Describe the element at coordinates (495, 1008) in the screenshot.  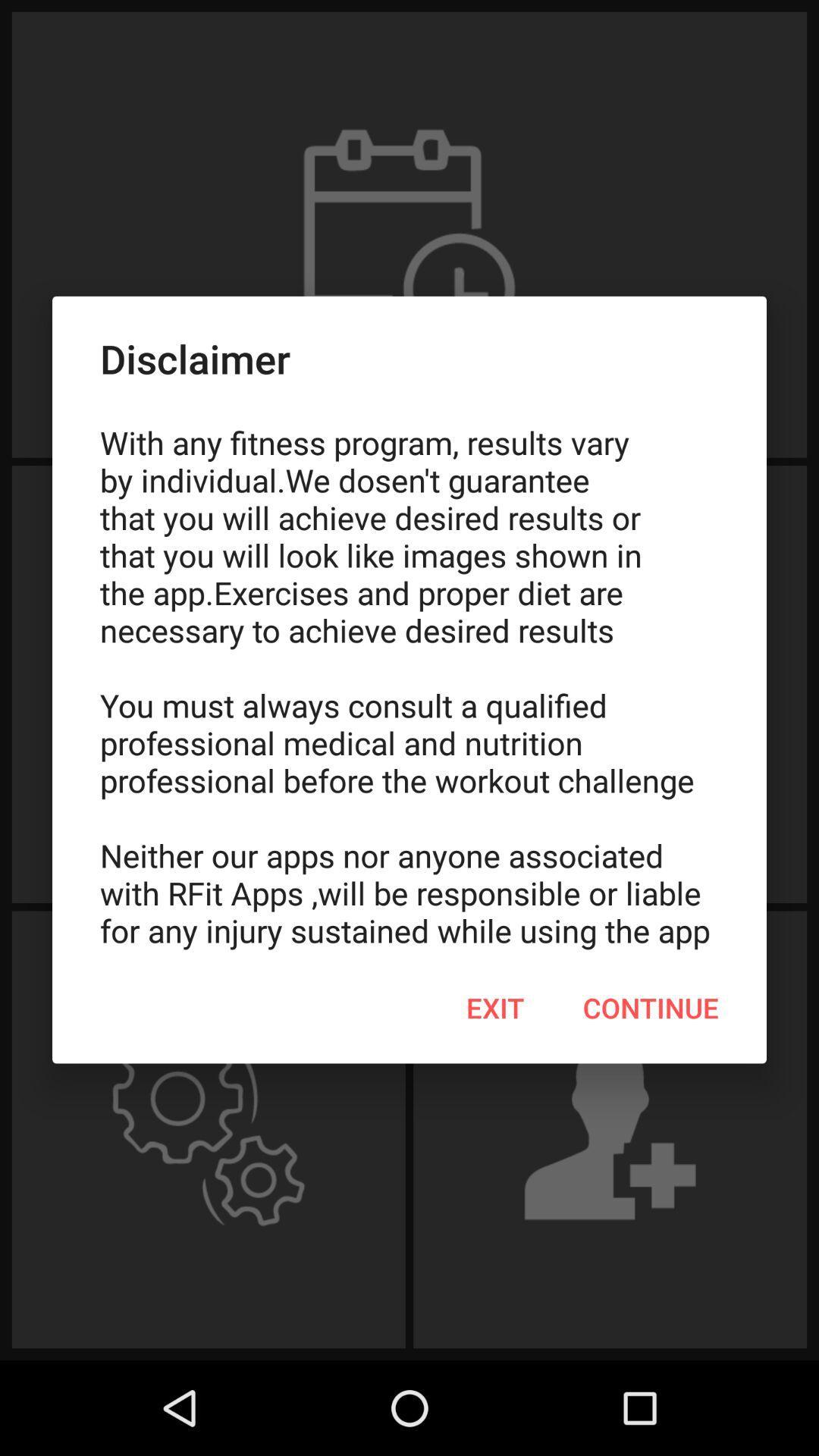
I see `the icon to the left of the continue icon` at that location.